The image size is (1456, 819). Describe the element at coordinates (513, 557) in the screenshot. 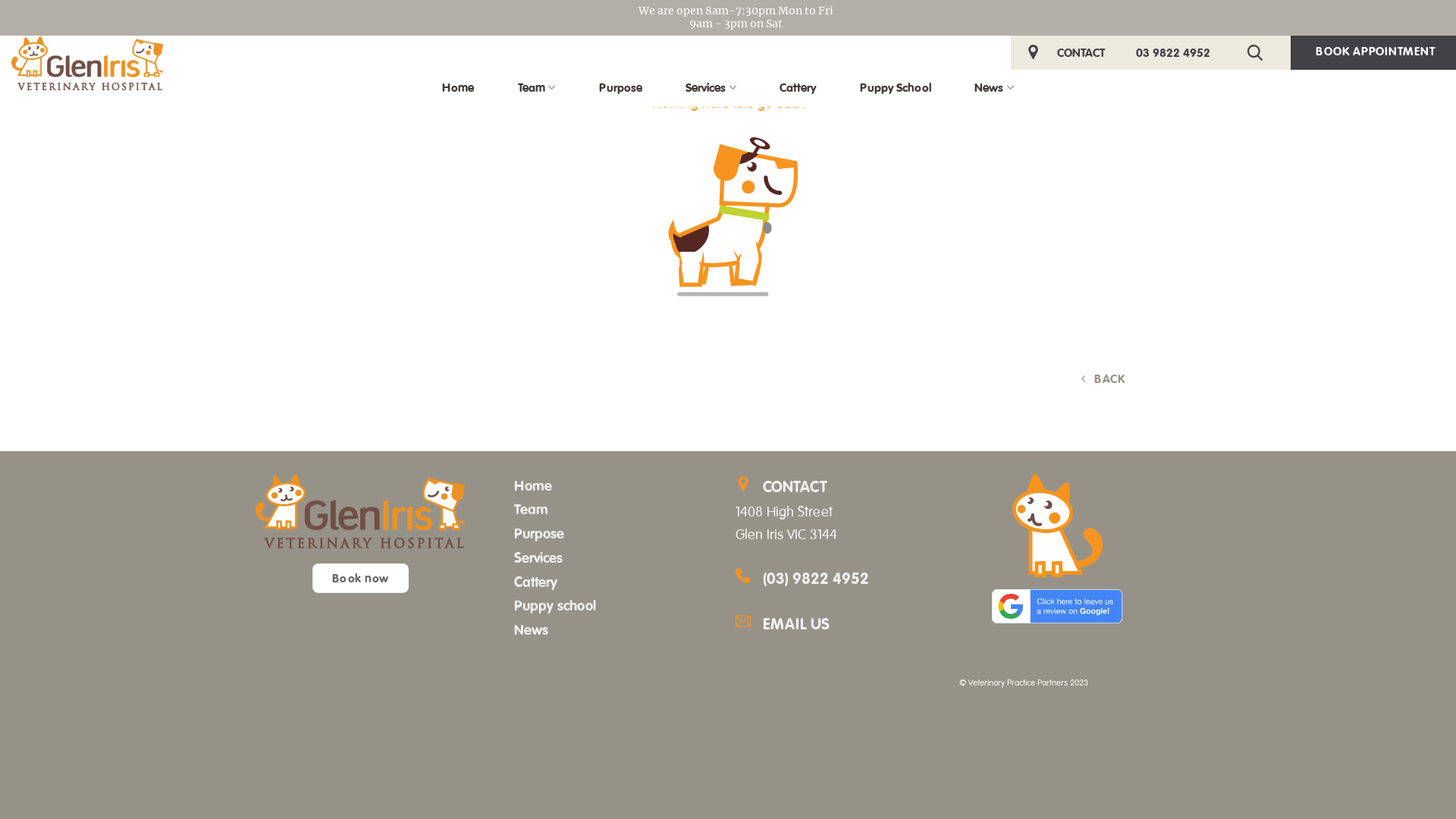

I see `'Services'` at that location.